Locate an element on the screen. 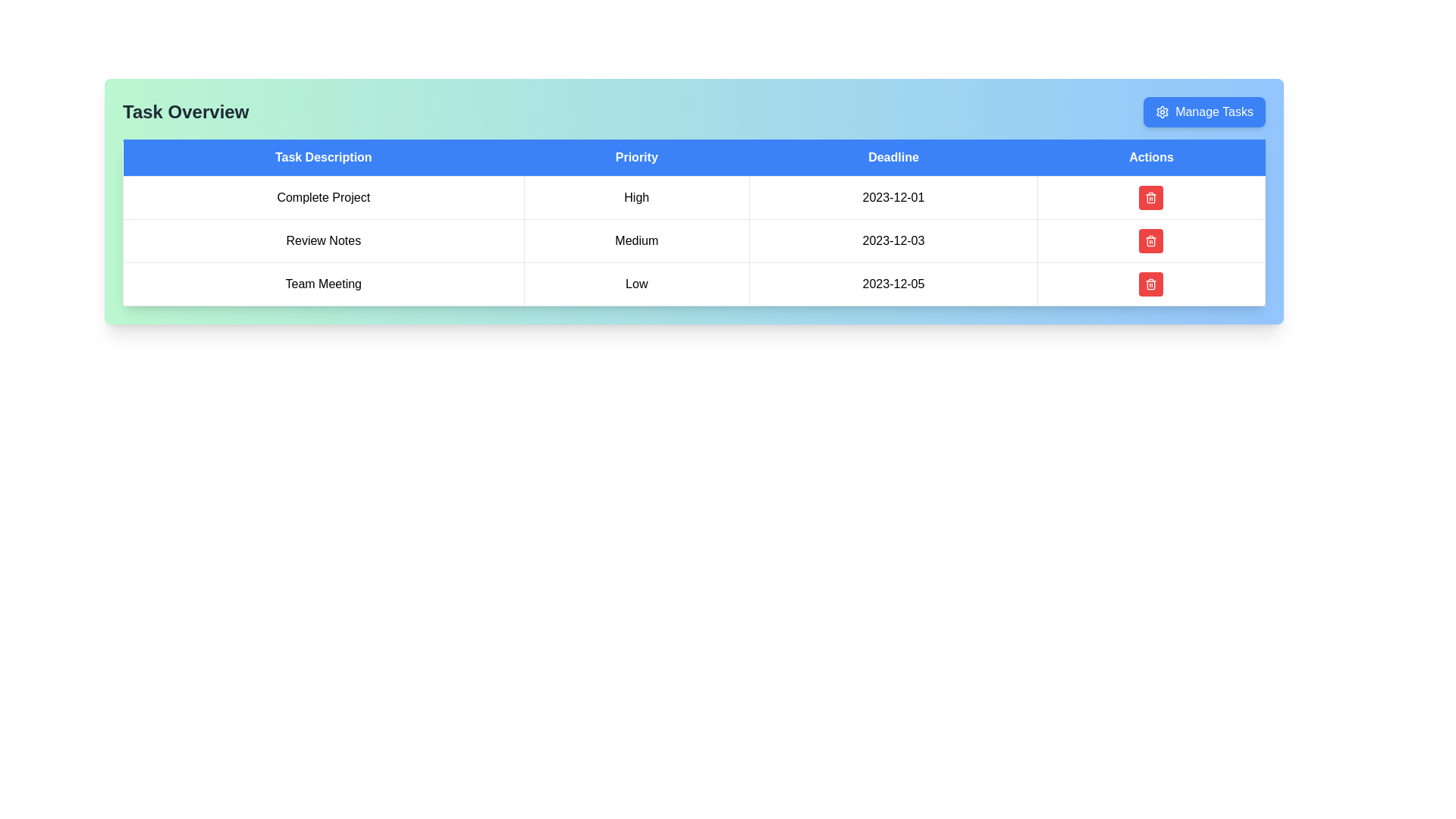 This screenshot has height=819, width=1456. the delete button in the second row of the 'Task Overview' table associated with the task 'Review Notes' is located at coordinates (1151, 240).